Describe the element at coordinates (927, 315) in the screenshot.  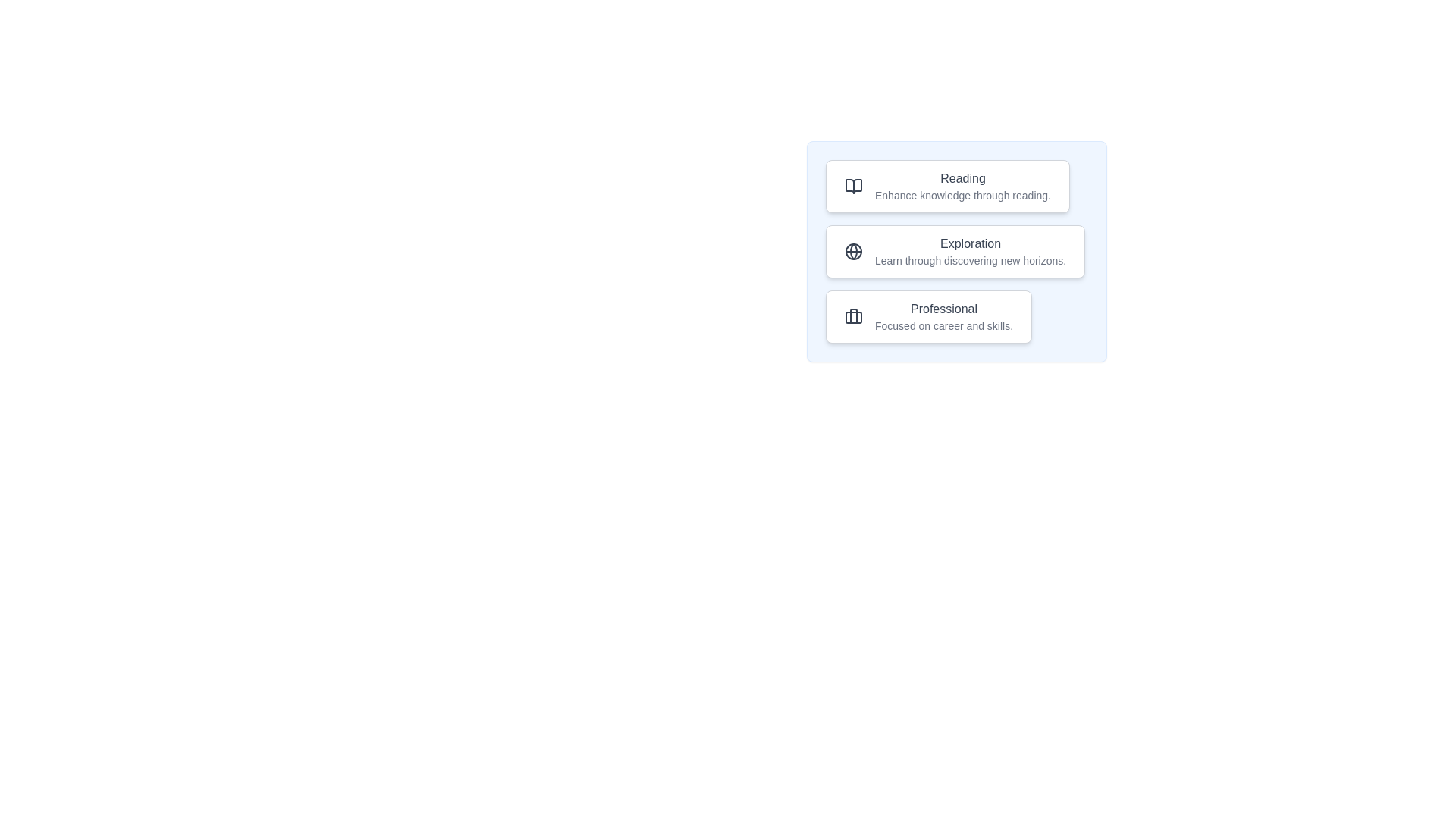
I see `the focus chip labeled Professional` at that location.